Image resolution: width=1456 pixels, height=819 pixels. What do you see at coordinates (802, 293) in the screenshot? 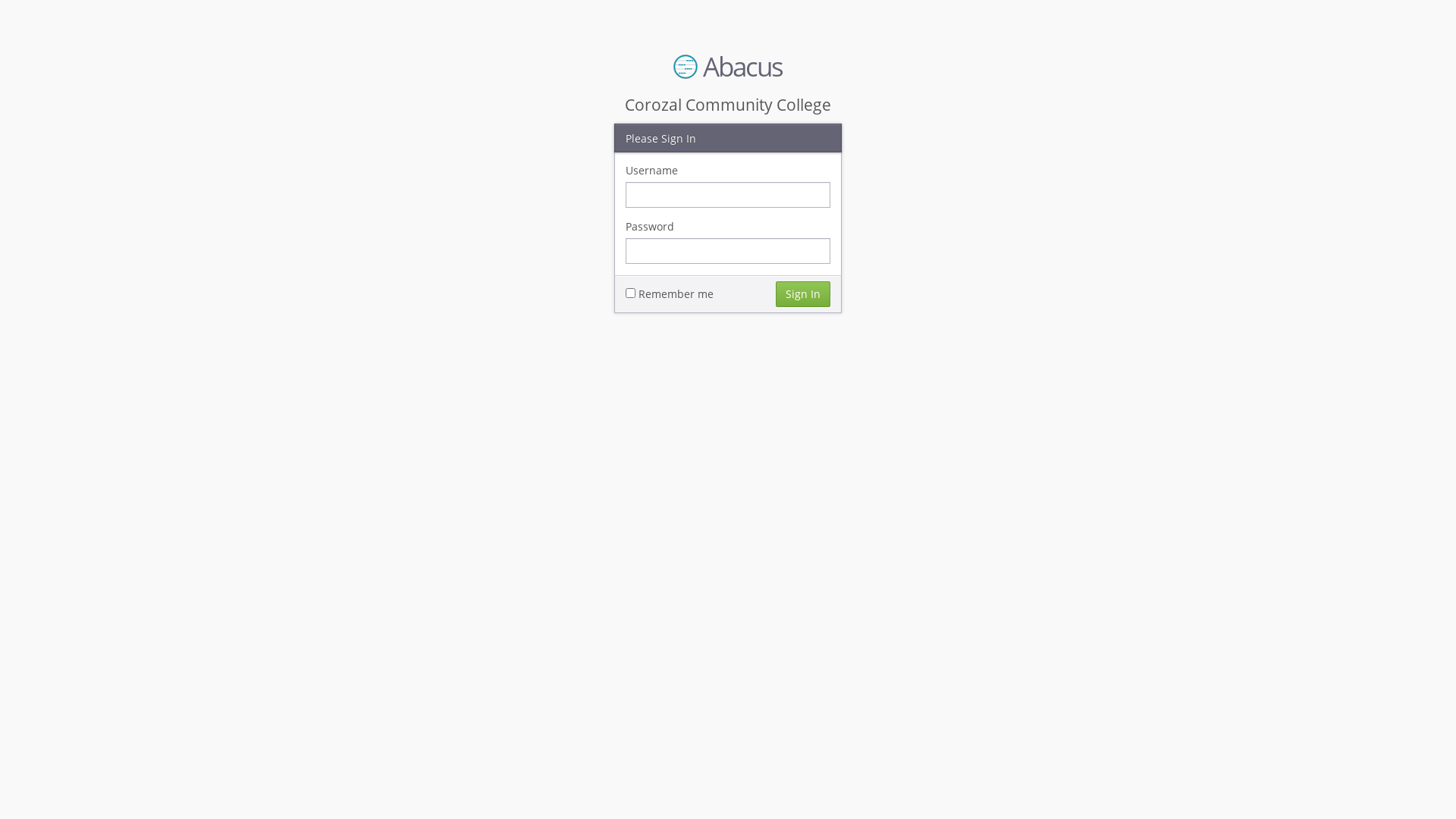
I see `'Sign In'` at bounding box center [802, 293].